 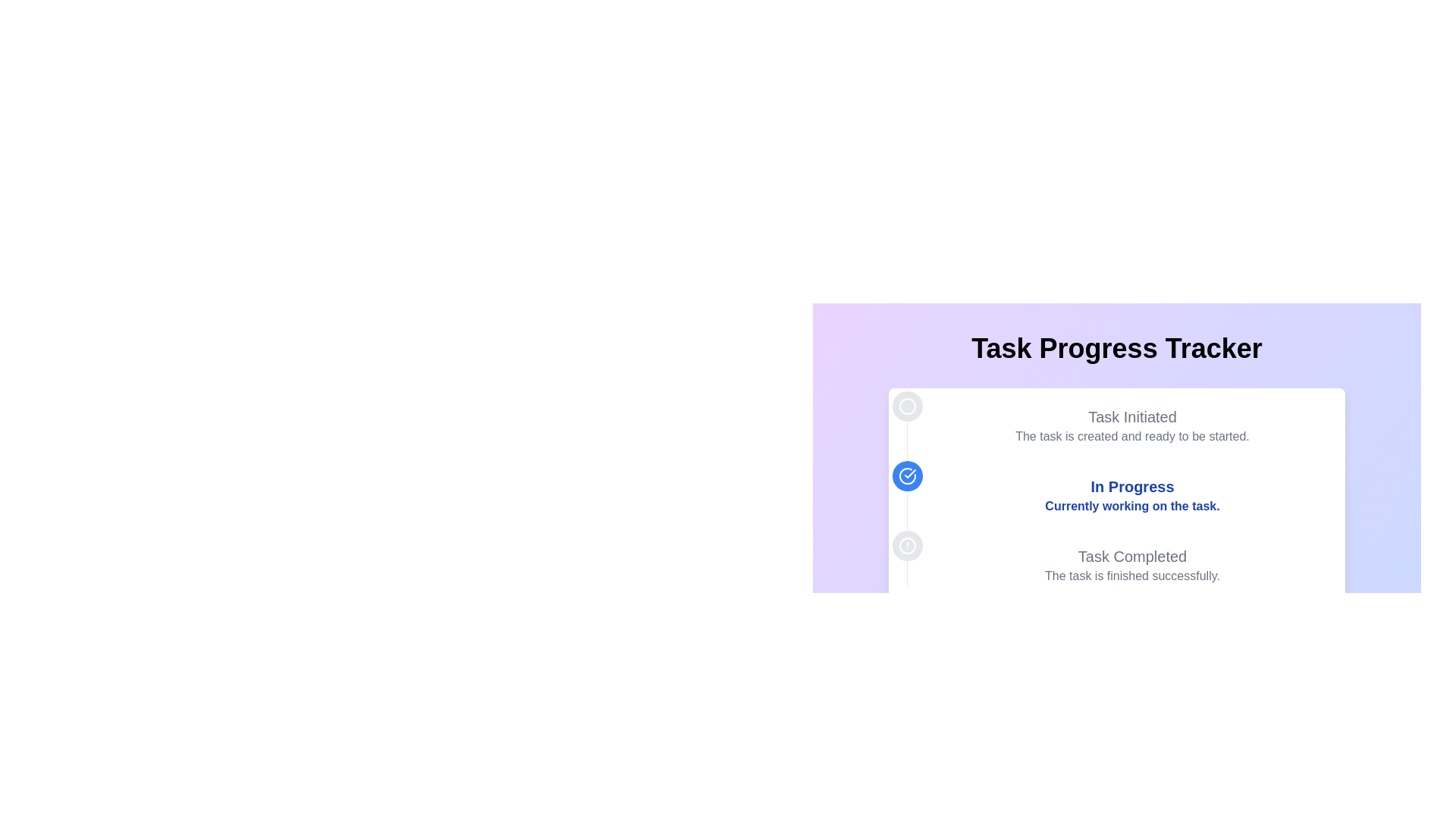 What do you see at coordinates (907, 475) in the screenshot?
I see `the second icon in the vertical timeline that indicates the 'In Progress' status of a task, located to the left of the text block displaying 'In Progress' and 'Currently working on the task.'` at bounding box center [907, 475].